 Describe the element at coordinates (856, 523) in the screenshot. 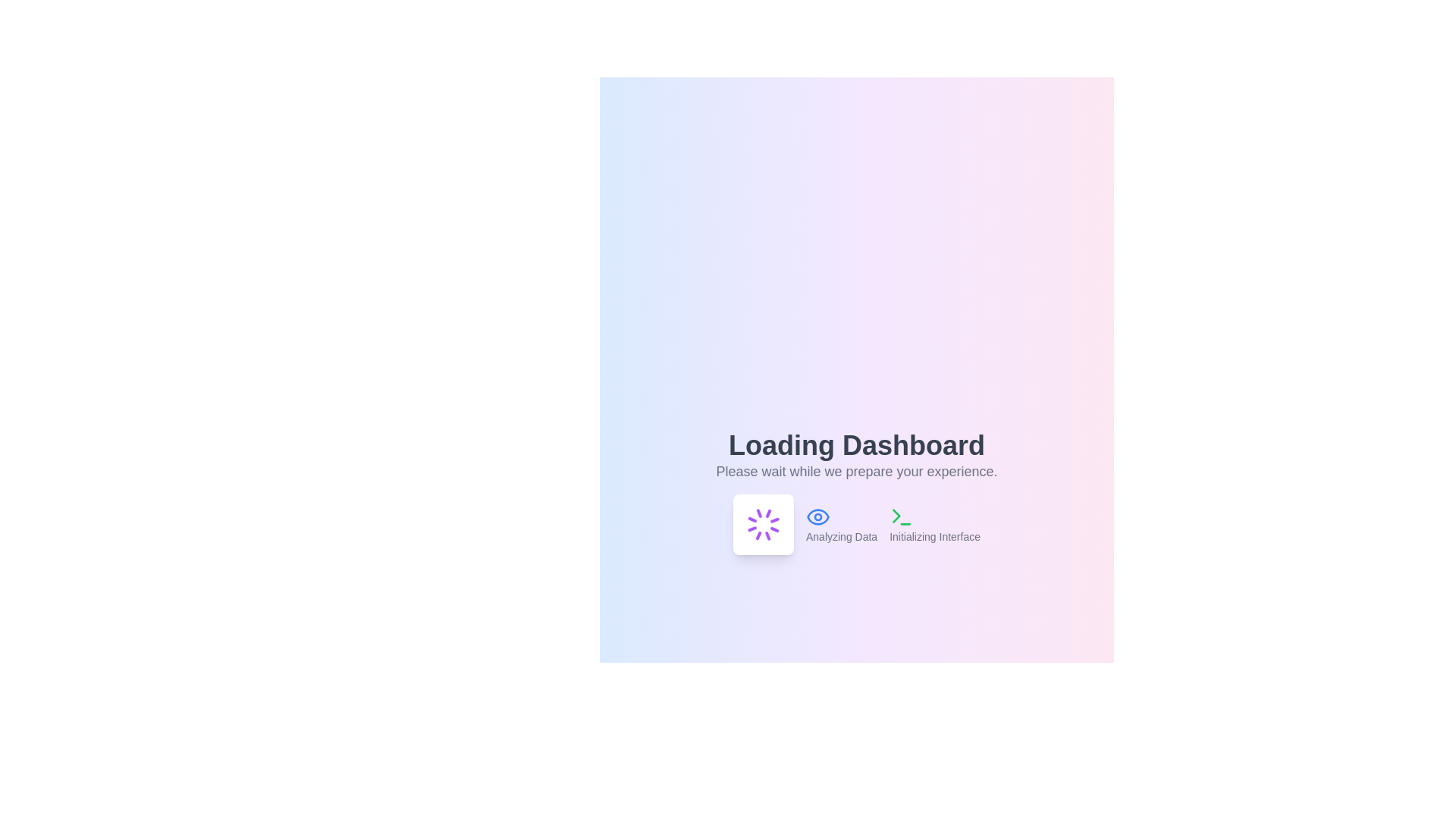

I see `the status reporting area that indicates the current status of processes being executed, located centrally below the header 'Loading Dashboard'` at that location.